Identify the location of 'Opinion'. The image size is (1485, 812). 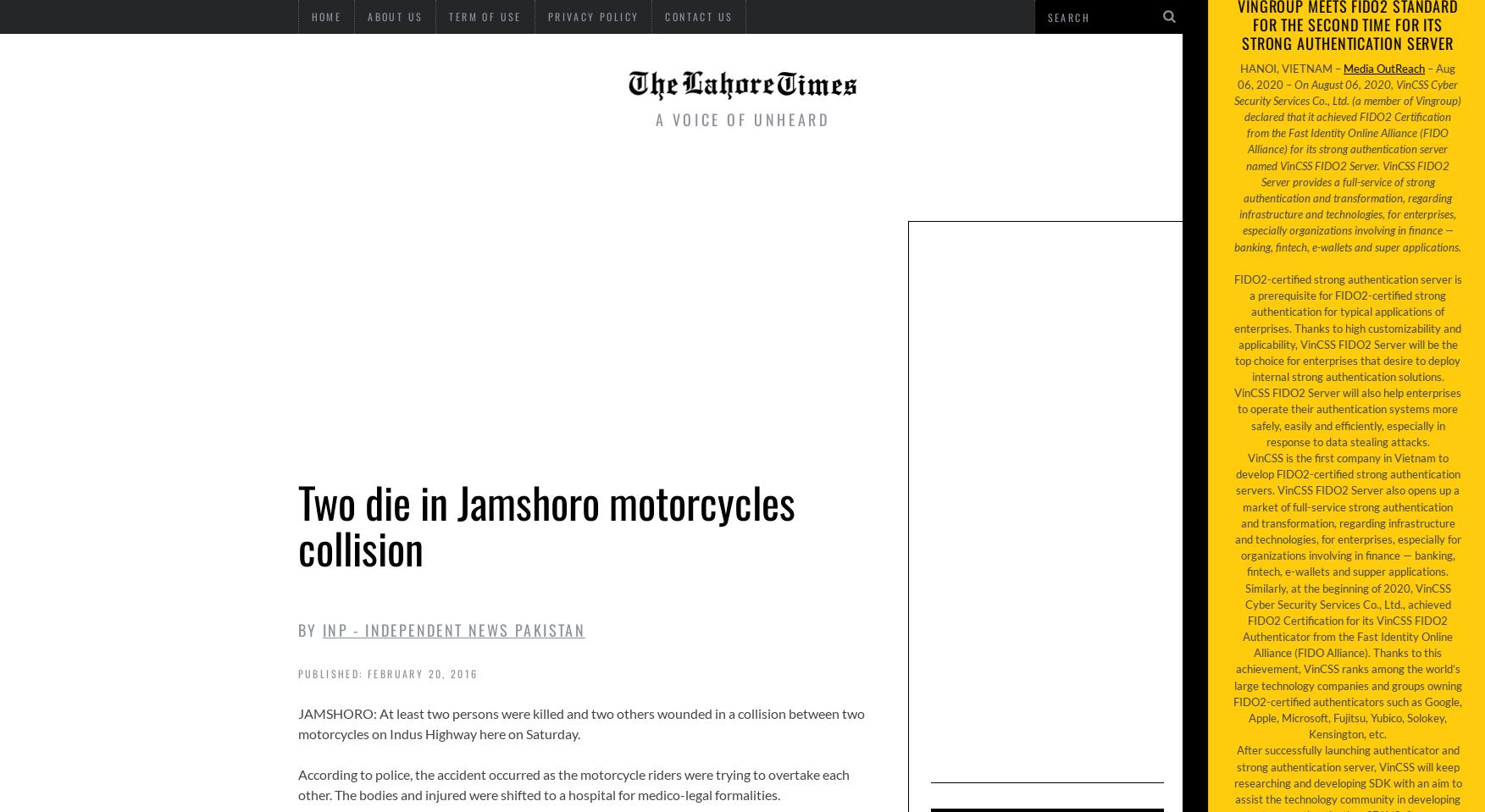
(1050, 179).